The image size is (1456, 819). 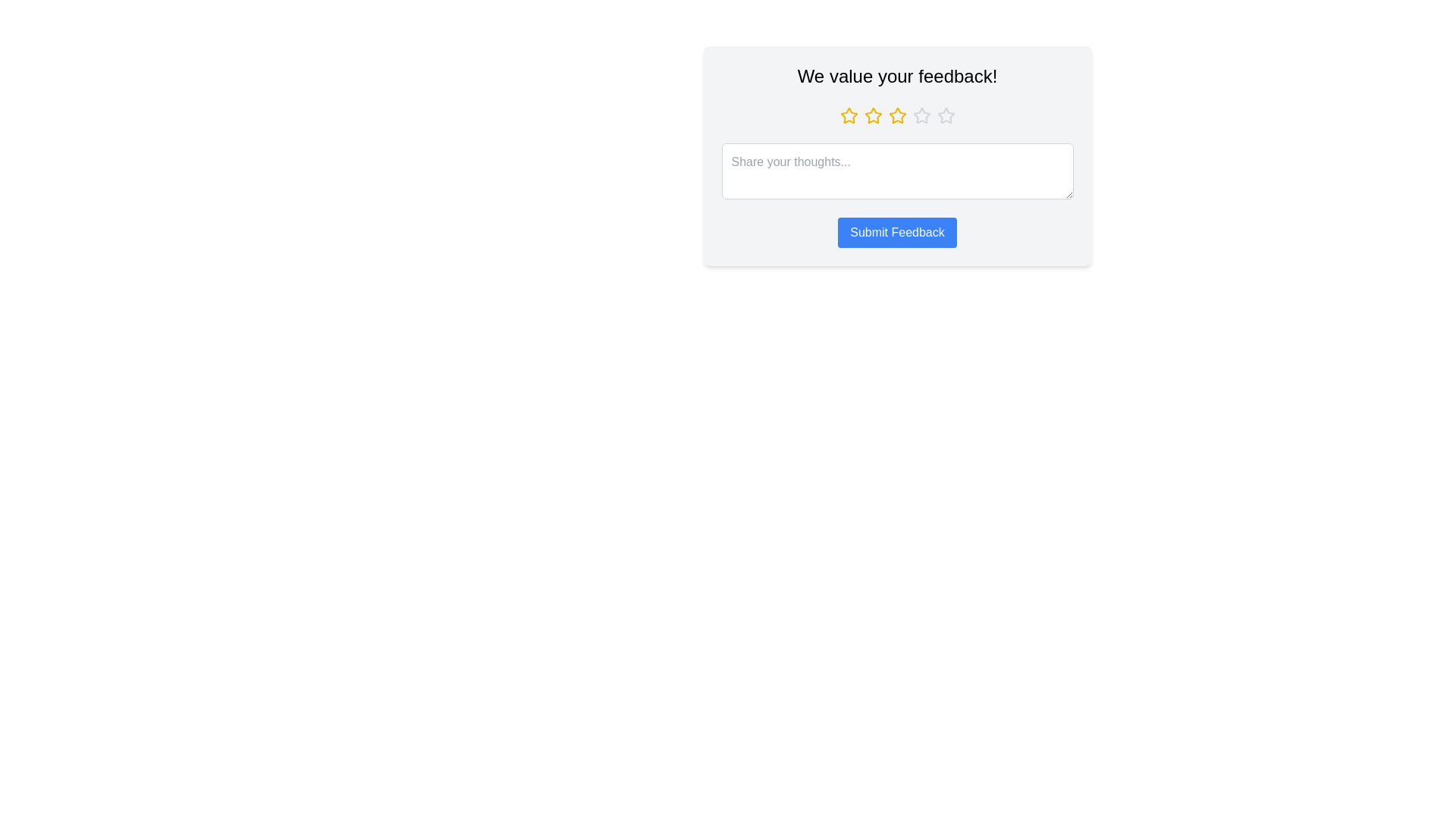 What do you see at coordinates (848, 115) in the screenshot?
I see `the first Rating star icon in the feedback component` at bounding box center [848, 115].